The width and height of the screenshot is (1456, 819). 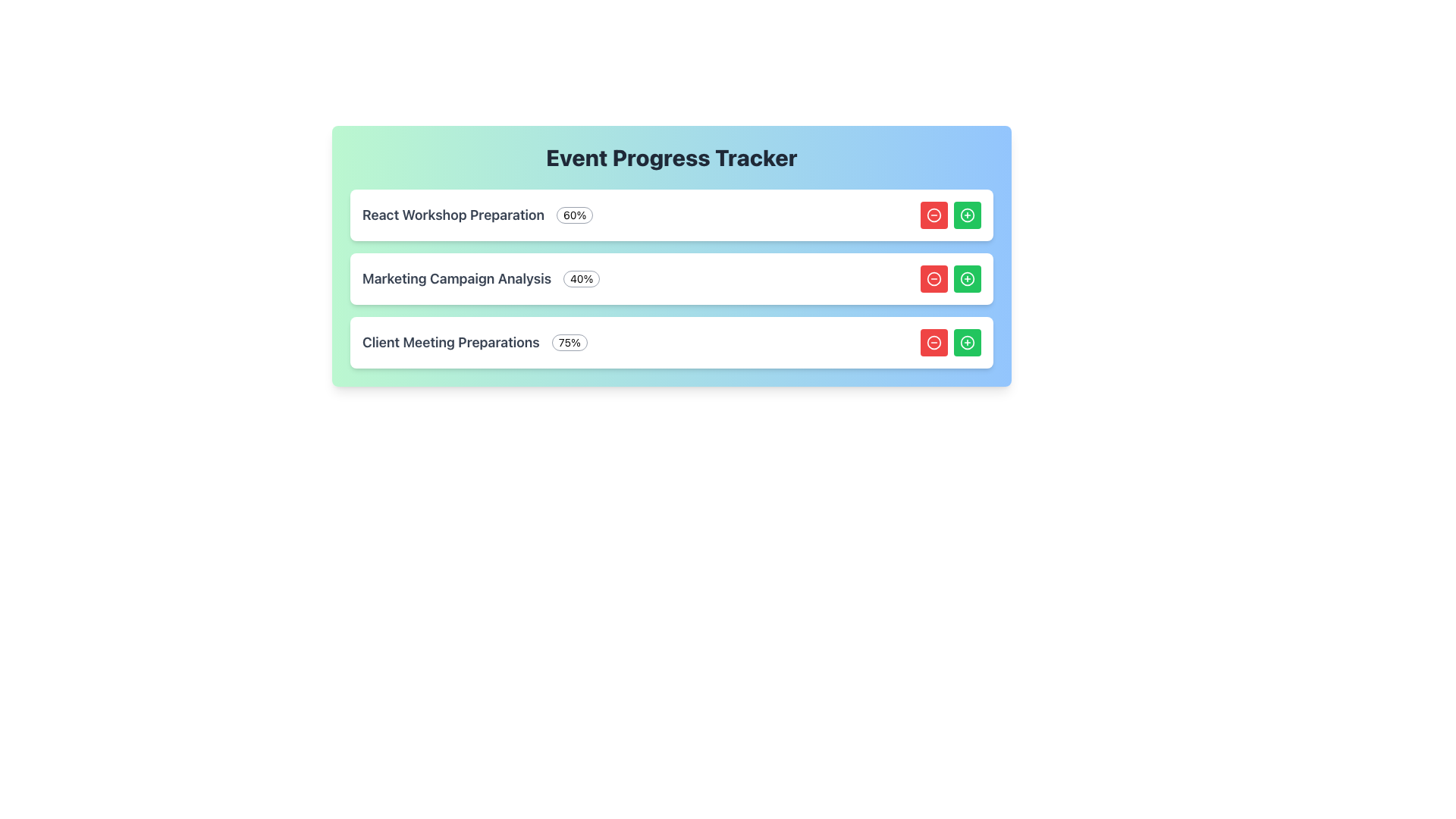 I want to click on the text label displaying 'Marketing Campaign Analysis', which is a bold gray header located in the second row of a vertical layout, so click(x=456, y=278).